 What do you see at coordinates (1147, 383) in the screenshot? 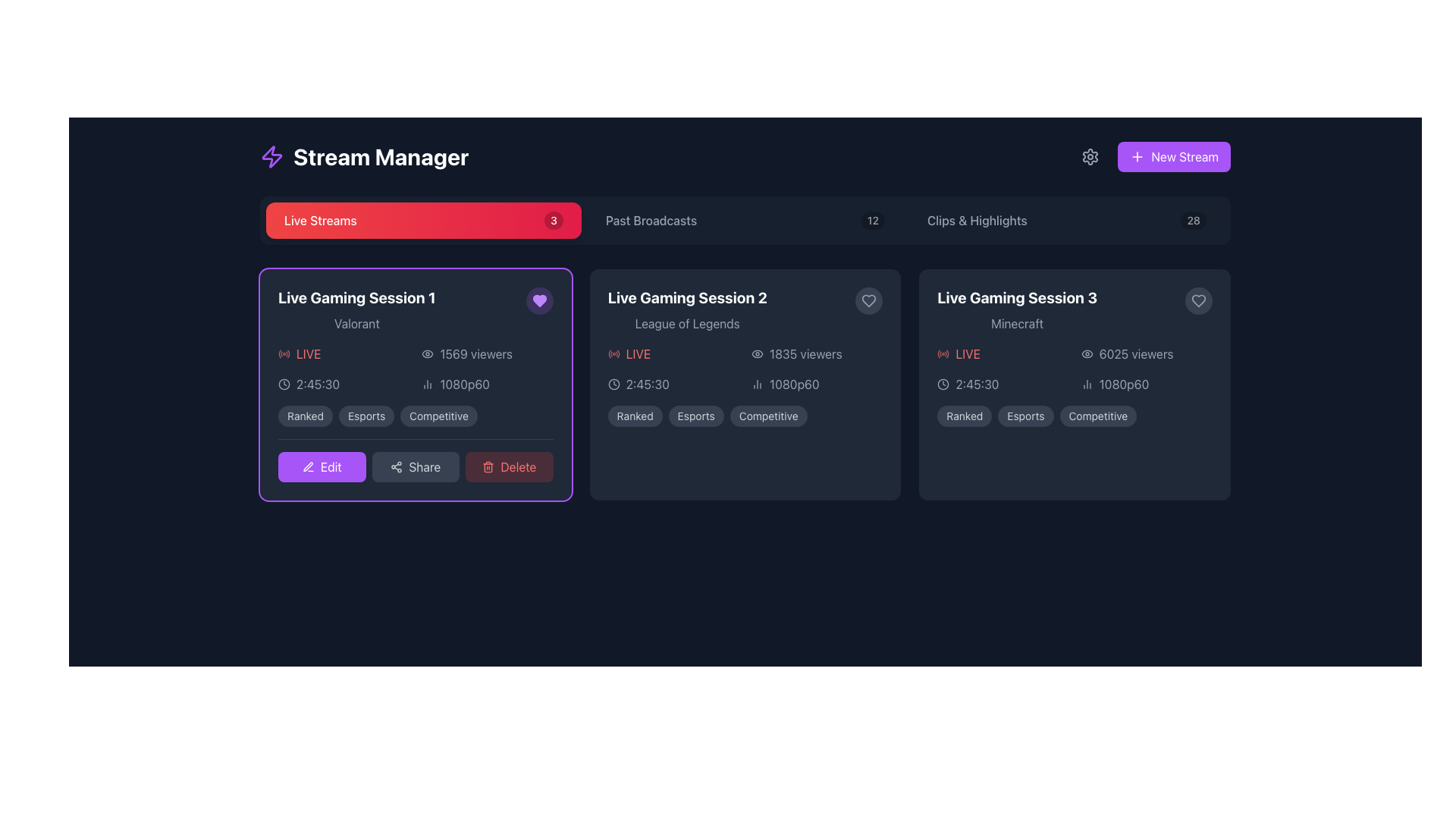
I see `the Text label displaying the resolution and frame rate of the streaming session located in the bottom-right part of the card labeled 'Live Gaming Session 3', positioned below '6025 viewers' and to the right of the clock icon and time '2:45:30'` at bounding box center [1147, 383].